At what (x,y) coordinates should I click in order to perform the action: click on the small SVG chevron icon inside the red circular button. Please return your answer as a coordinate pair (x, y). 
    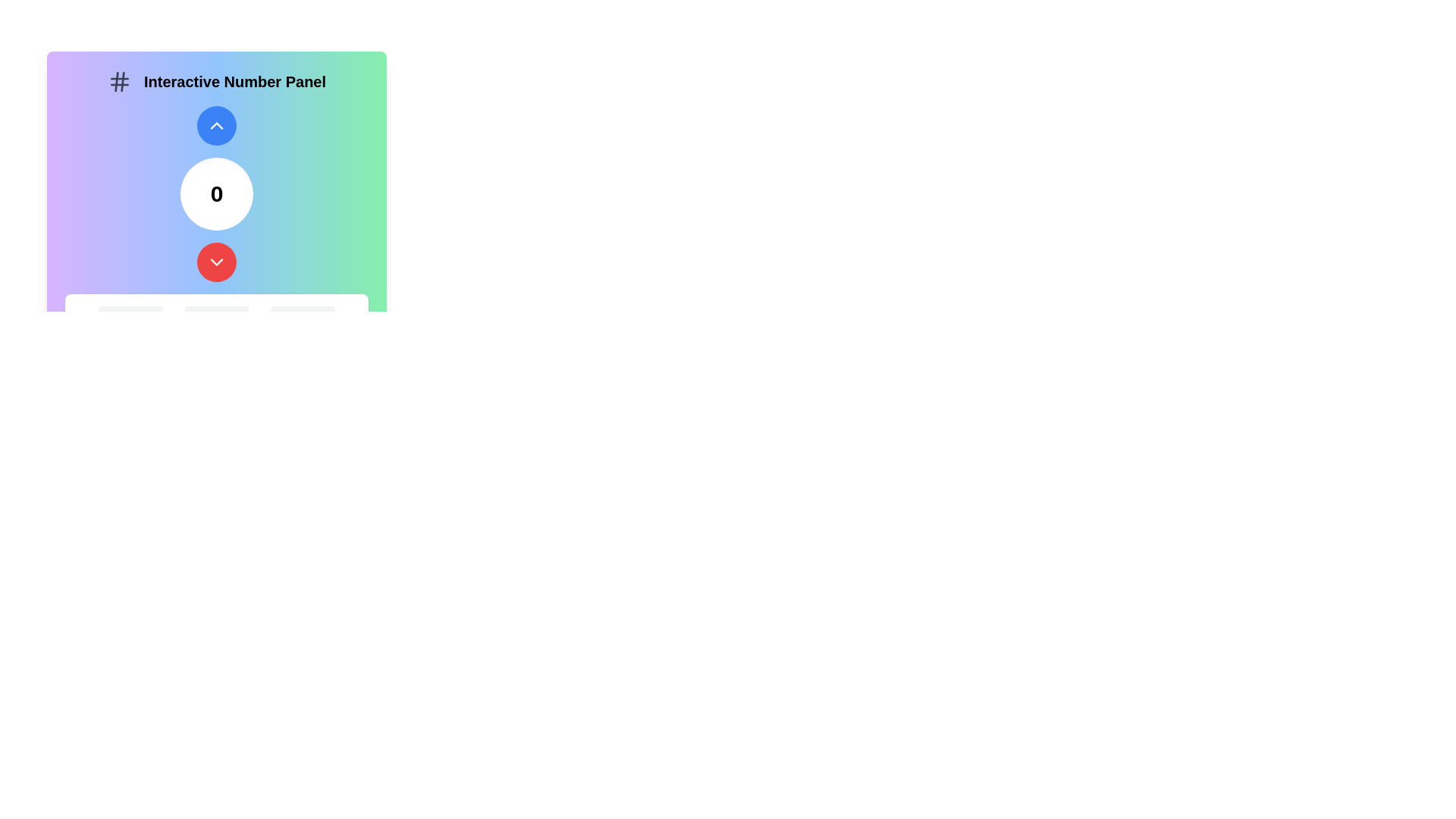
    Looking at the image, I should click on (216, 262).